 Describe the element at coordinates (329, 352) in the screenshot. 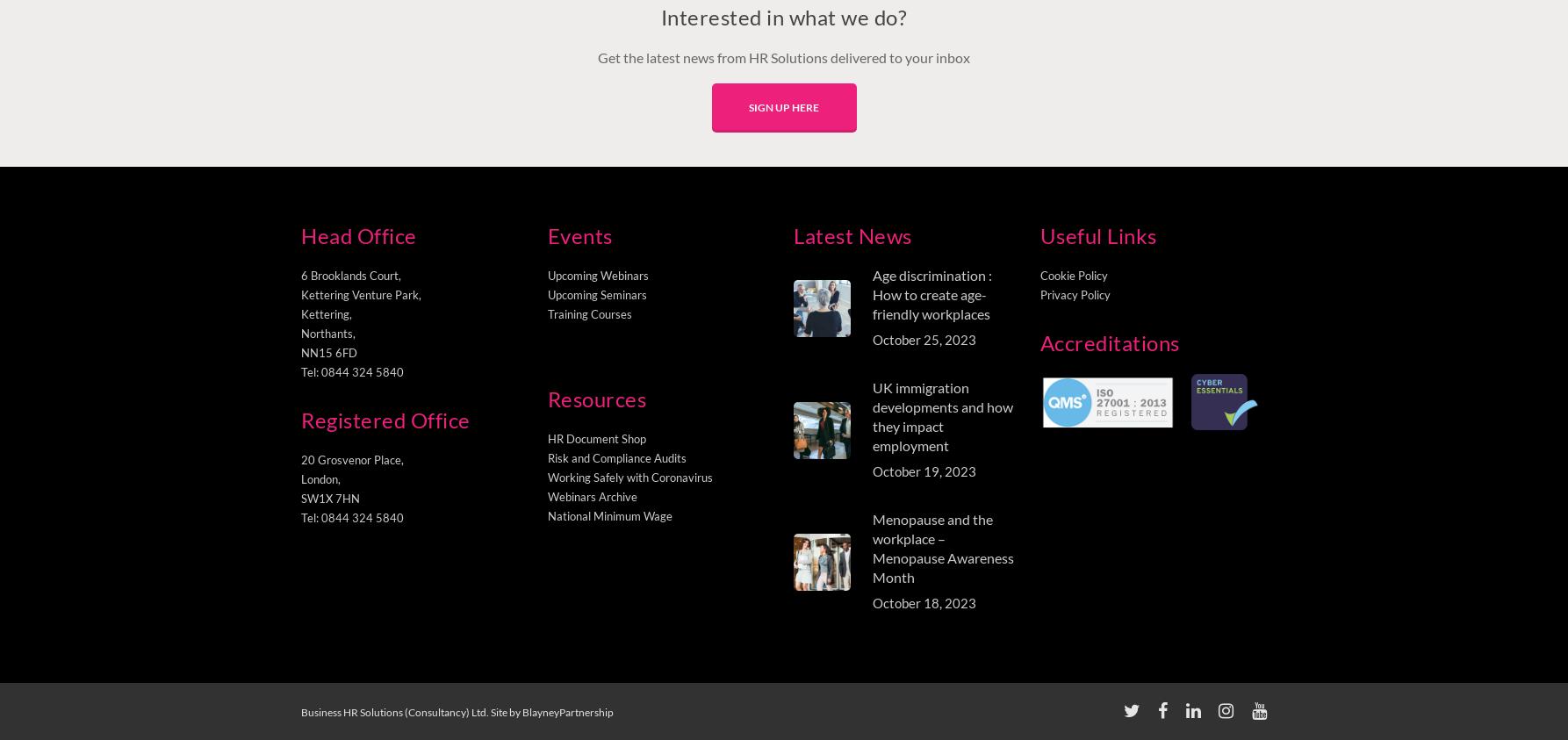

I see `'NN15 6FD'` at that location.